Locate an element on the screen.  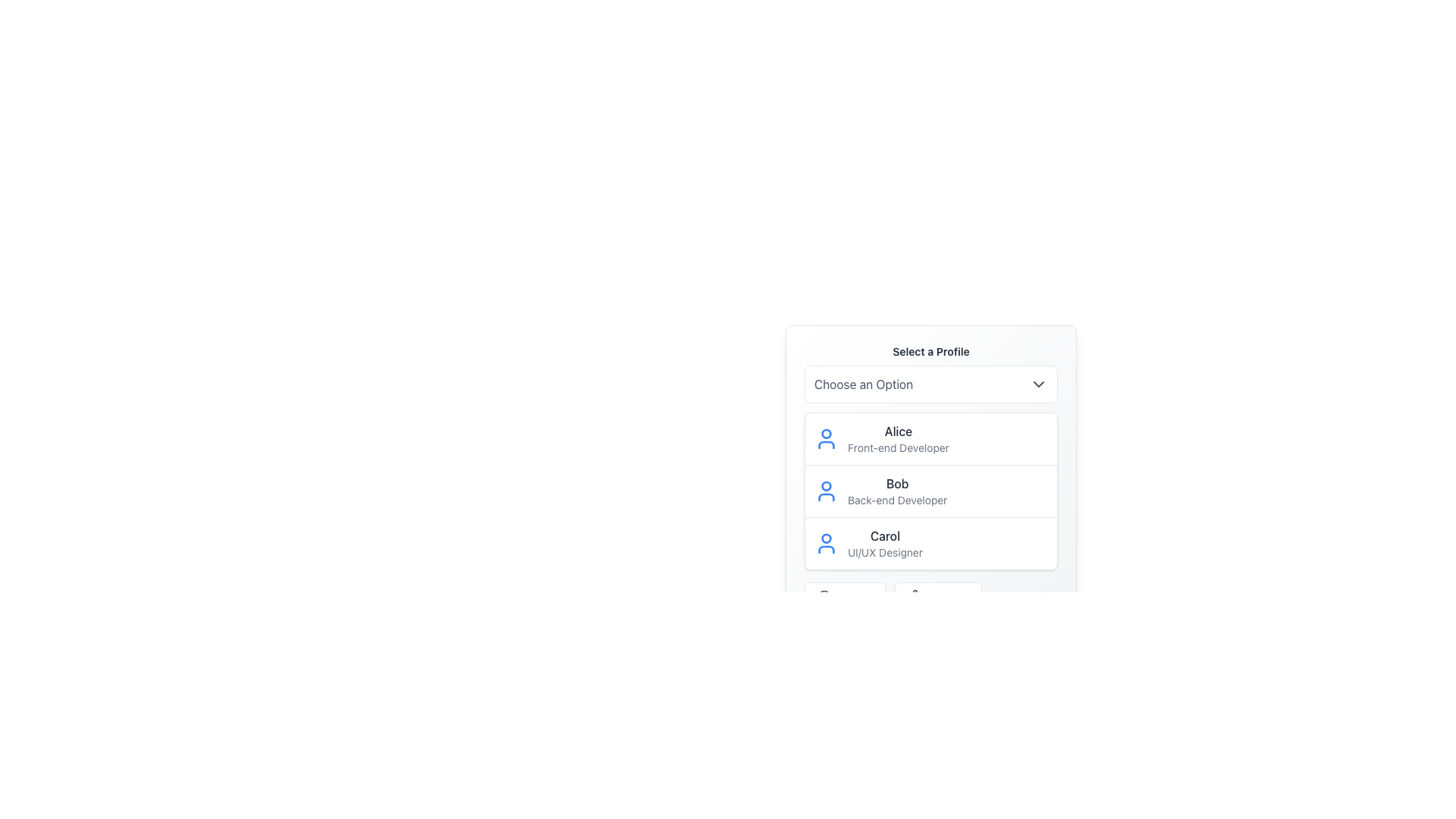
static text label displaying the occupation 'UI/UX Designer' for the user profile labeled 'Carol', which is the third entry in a vertical dropdown list is located at coordinates (885, 553).